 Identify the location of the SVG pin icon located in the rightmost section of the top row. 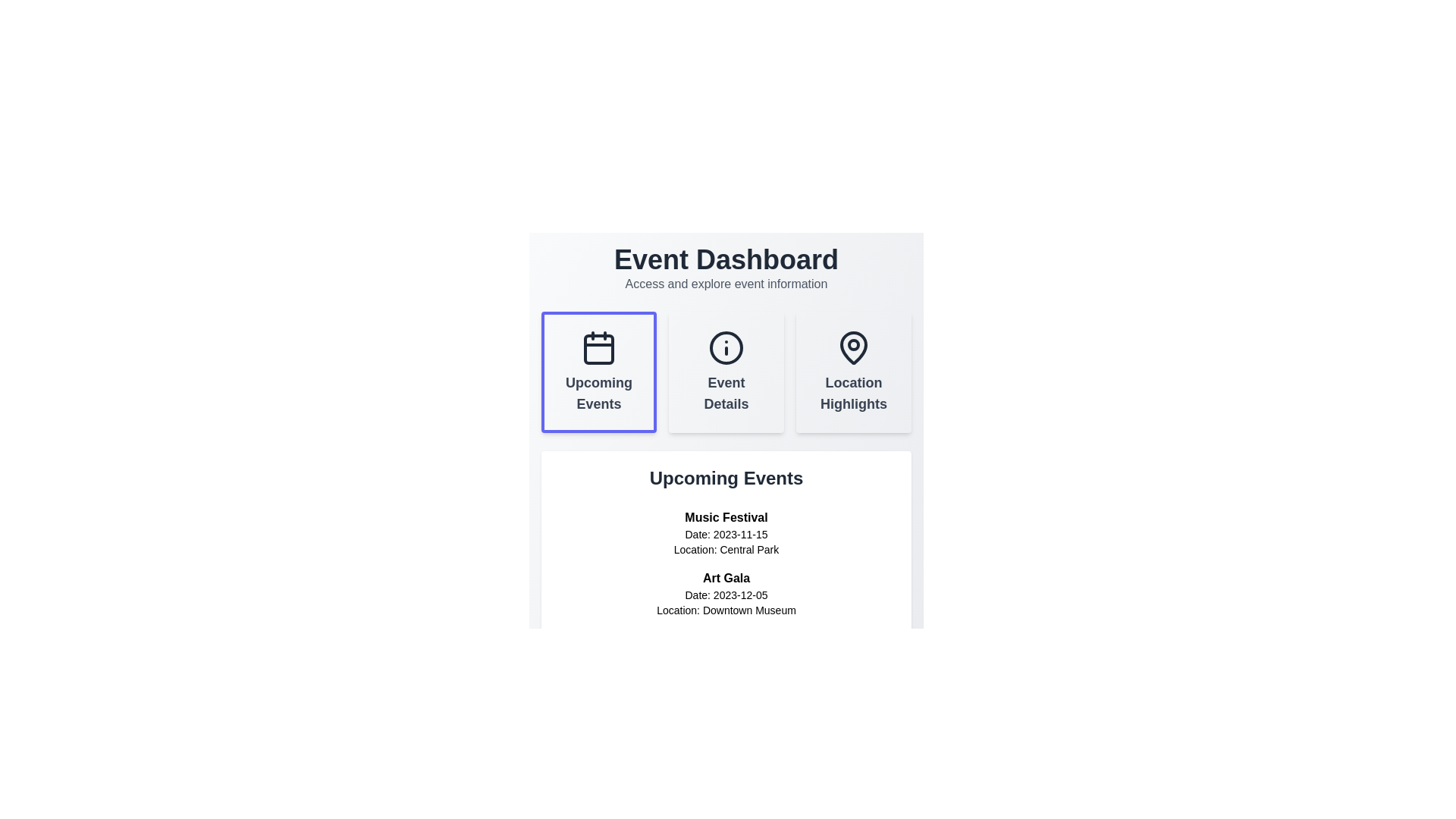
(854, 347).